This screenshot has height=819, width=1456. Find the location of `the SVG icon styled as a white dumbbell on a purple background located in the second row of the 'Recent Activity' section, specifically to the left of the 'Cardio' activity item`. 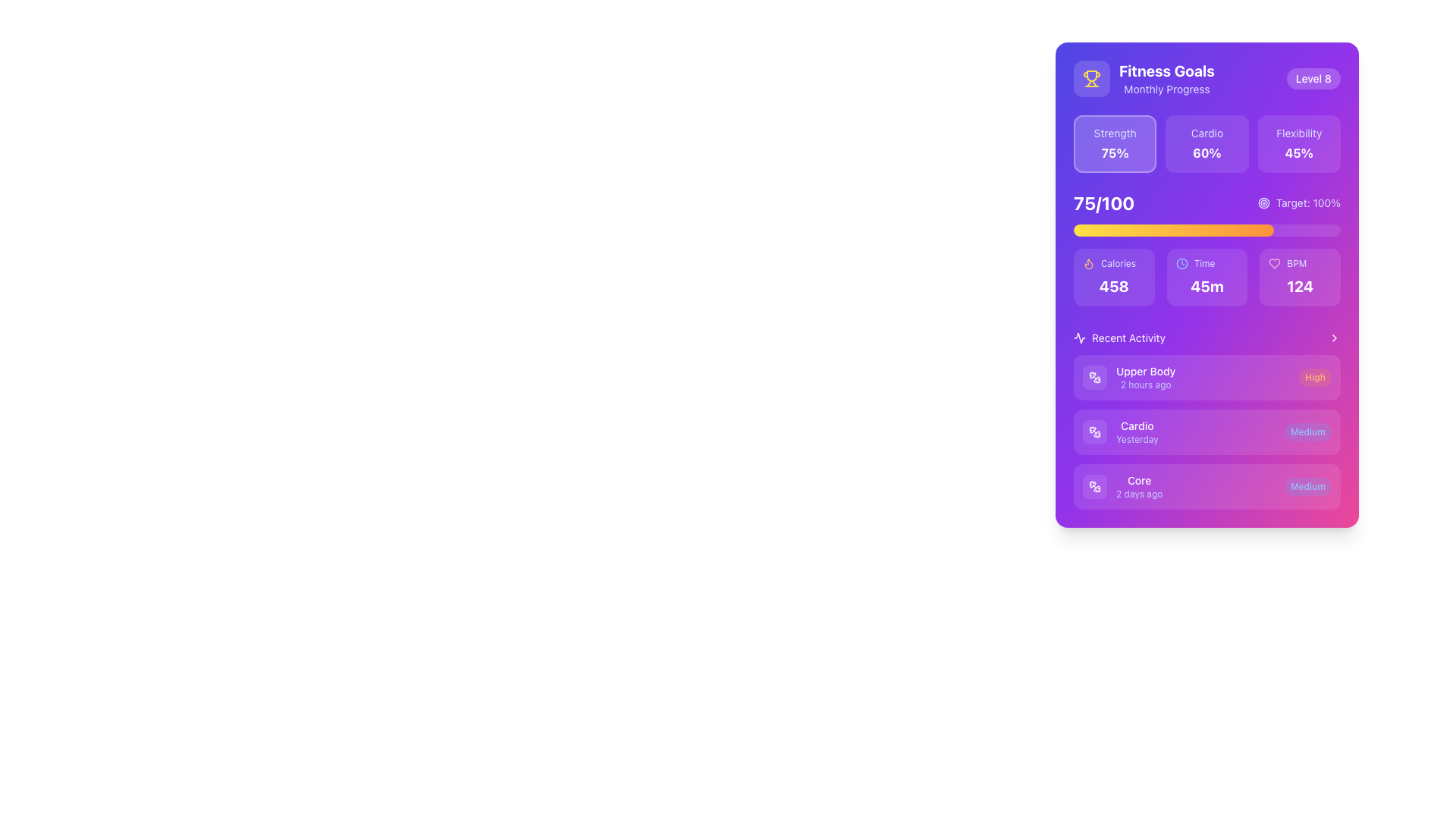

the SVG icon styled as a white dumbbell on a purple background located in the second row of the 'Recent Activity' section, specifically to the left of the 'Cardio' activity item is located at coordinates (1095, 432).